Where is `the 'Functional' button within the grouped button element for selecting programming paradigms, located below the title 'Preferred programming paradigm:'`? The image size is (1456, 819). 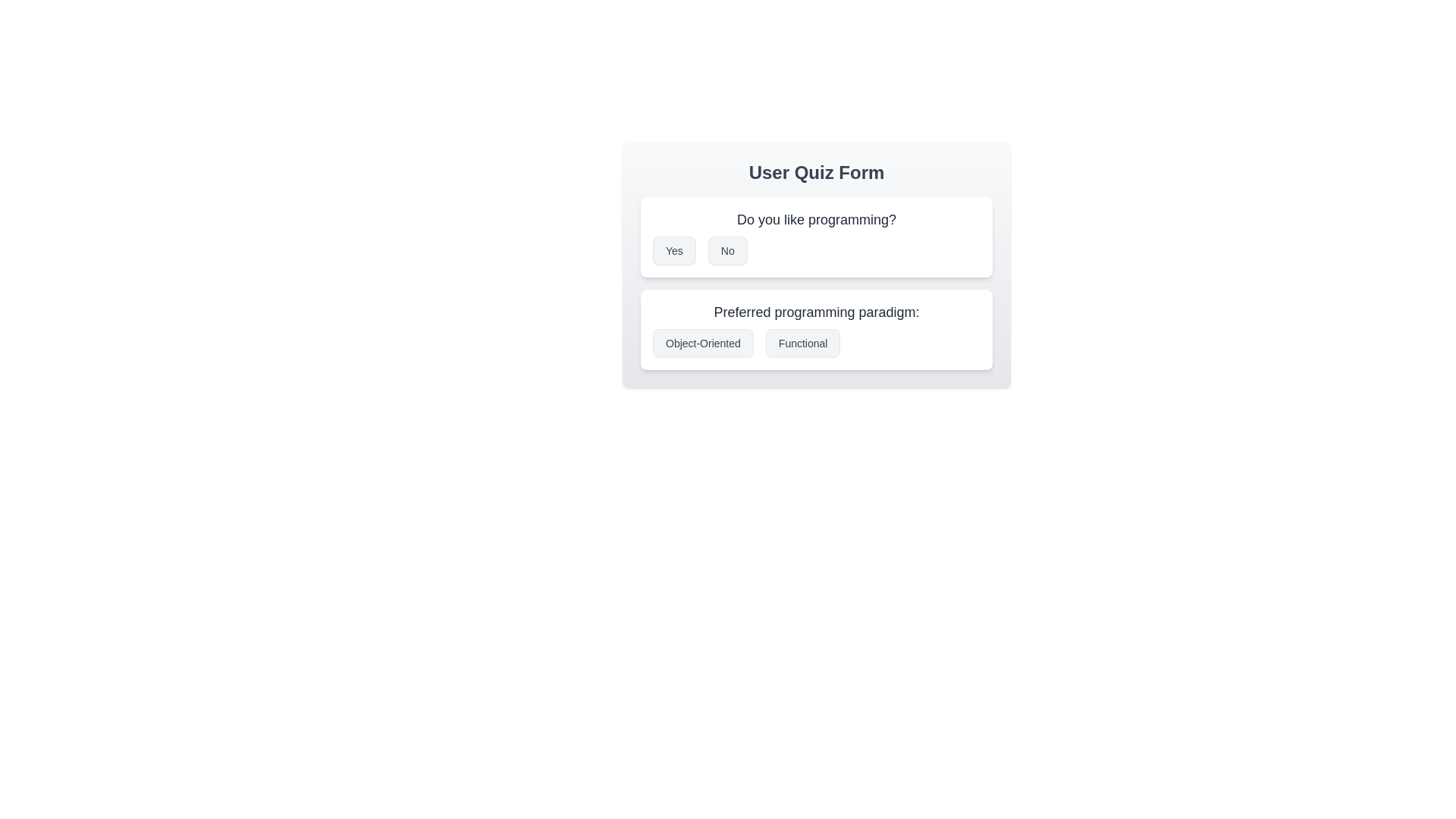 the 'Functional' button within the grouped button element for selecting programming paradigms, located below the title 'Preferred programming paradigm:' is located at coordinates (815, 343).